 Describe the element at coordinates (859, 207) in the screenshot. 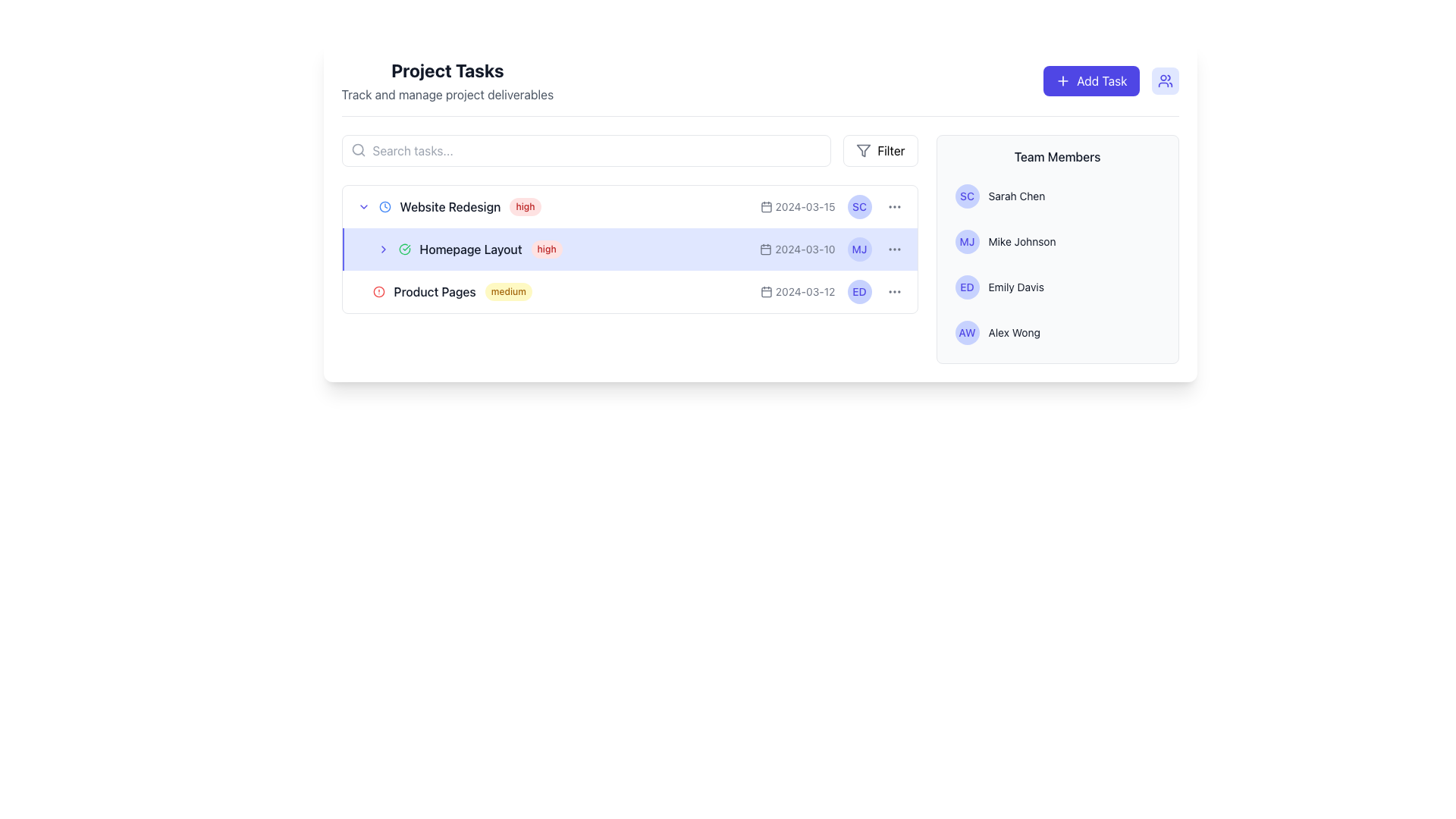

I see `the Avatar icon representing the team member with initials 'SC' located in the task row for 'Website Redesign', near the date '2024-03-15'` at that location.